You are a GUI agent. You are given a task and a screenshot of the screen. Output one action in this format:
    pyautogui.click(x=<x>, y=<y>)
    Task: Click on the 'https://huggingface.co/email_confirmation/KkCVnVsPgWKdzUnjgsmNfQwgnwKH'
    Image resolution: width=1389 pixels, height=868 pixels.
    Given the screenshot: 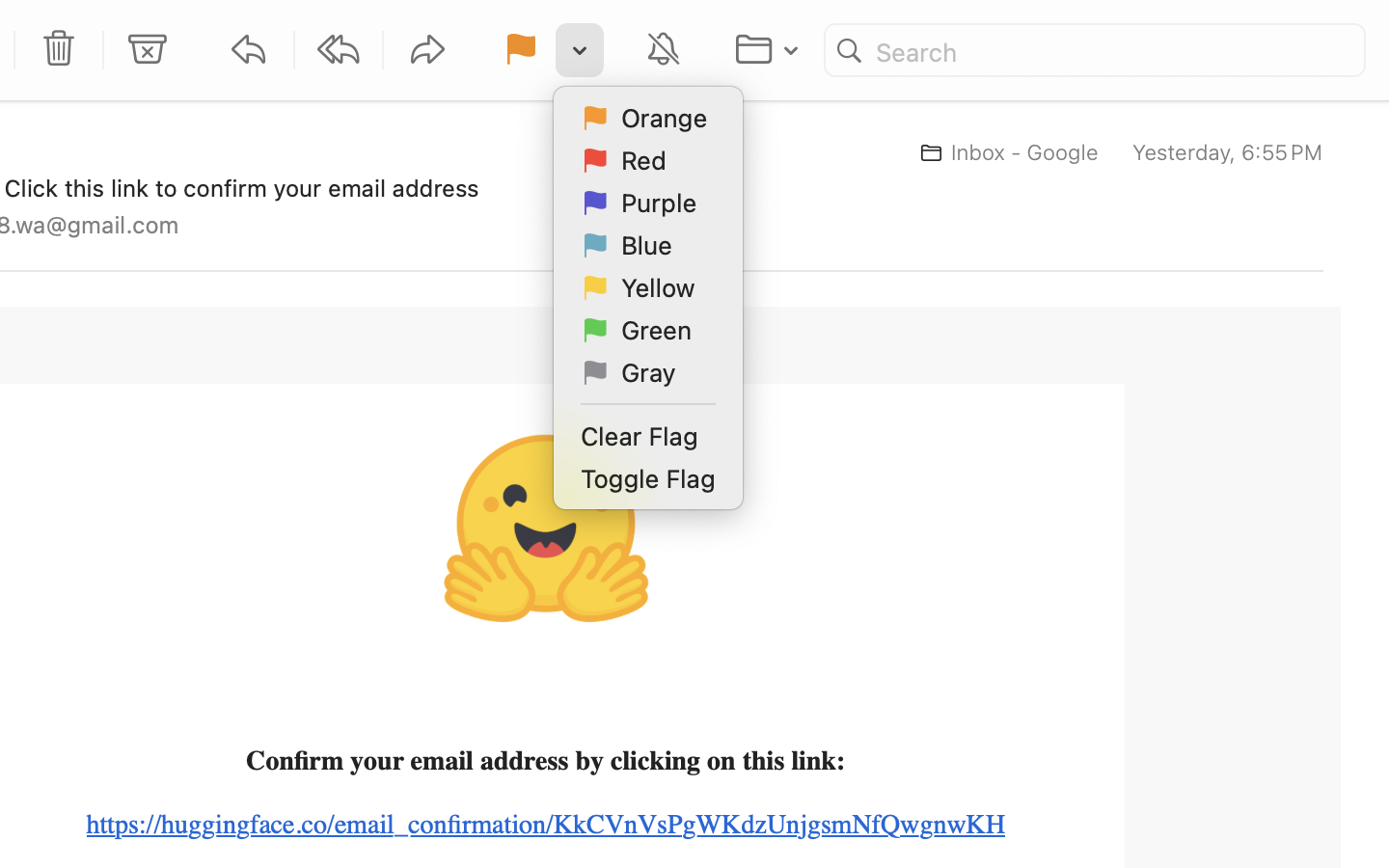 What is the action you would take?
    pyautogui.click(x=546, y=825)
    